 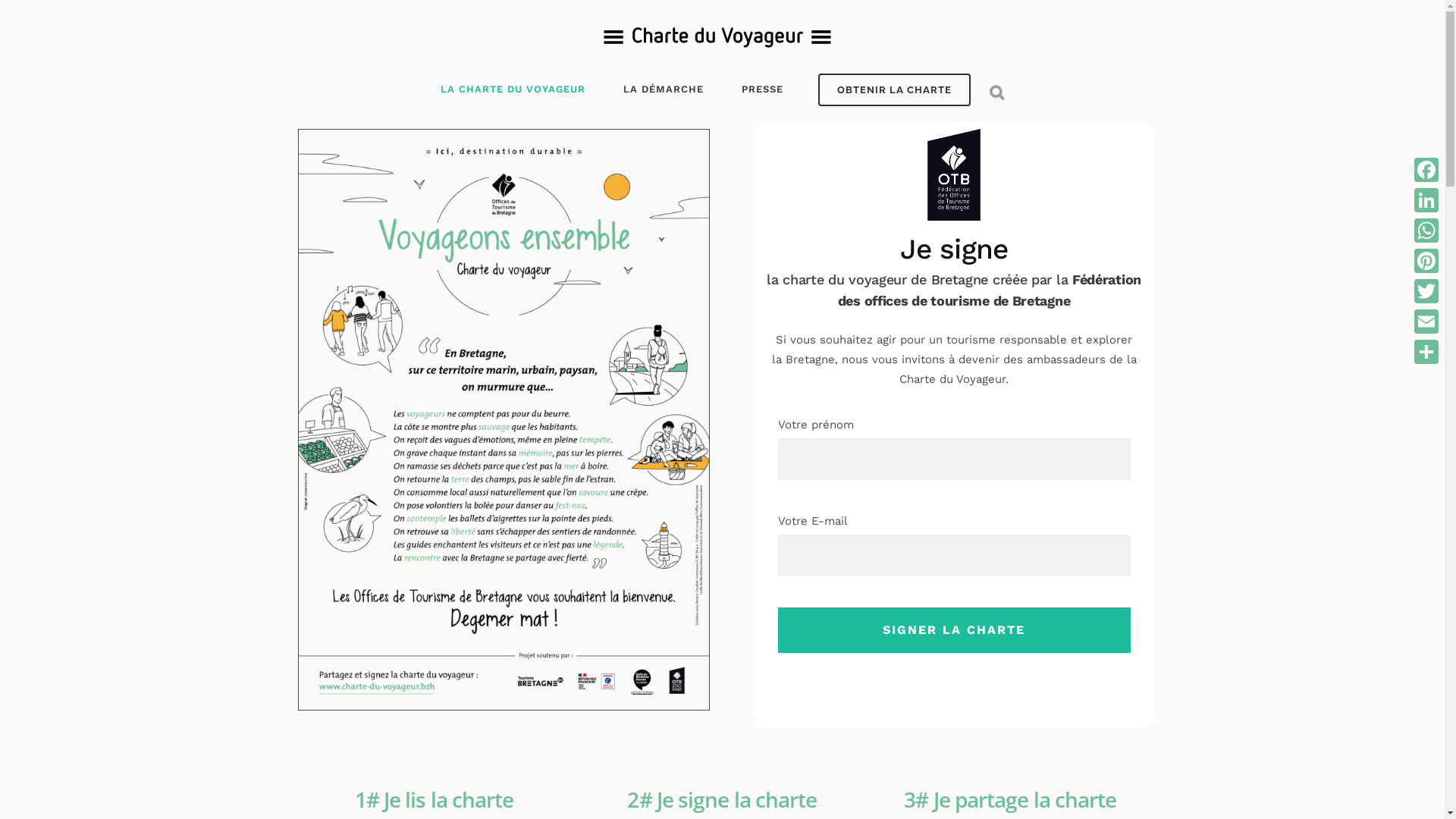 I want to click on 'Email', so click(x=1410, y=321).